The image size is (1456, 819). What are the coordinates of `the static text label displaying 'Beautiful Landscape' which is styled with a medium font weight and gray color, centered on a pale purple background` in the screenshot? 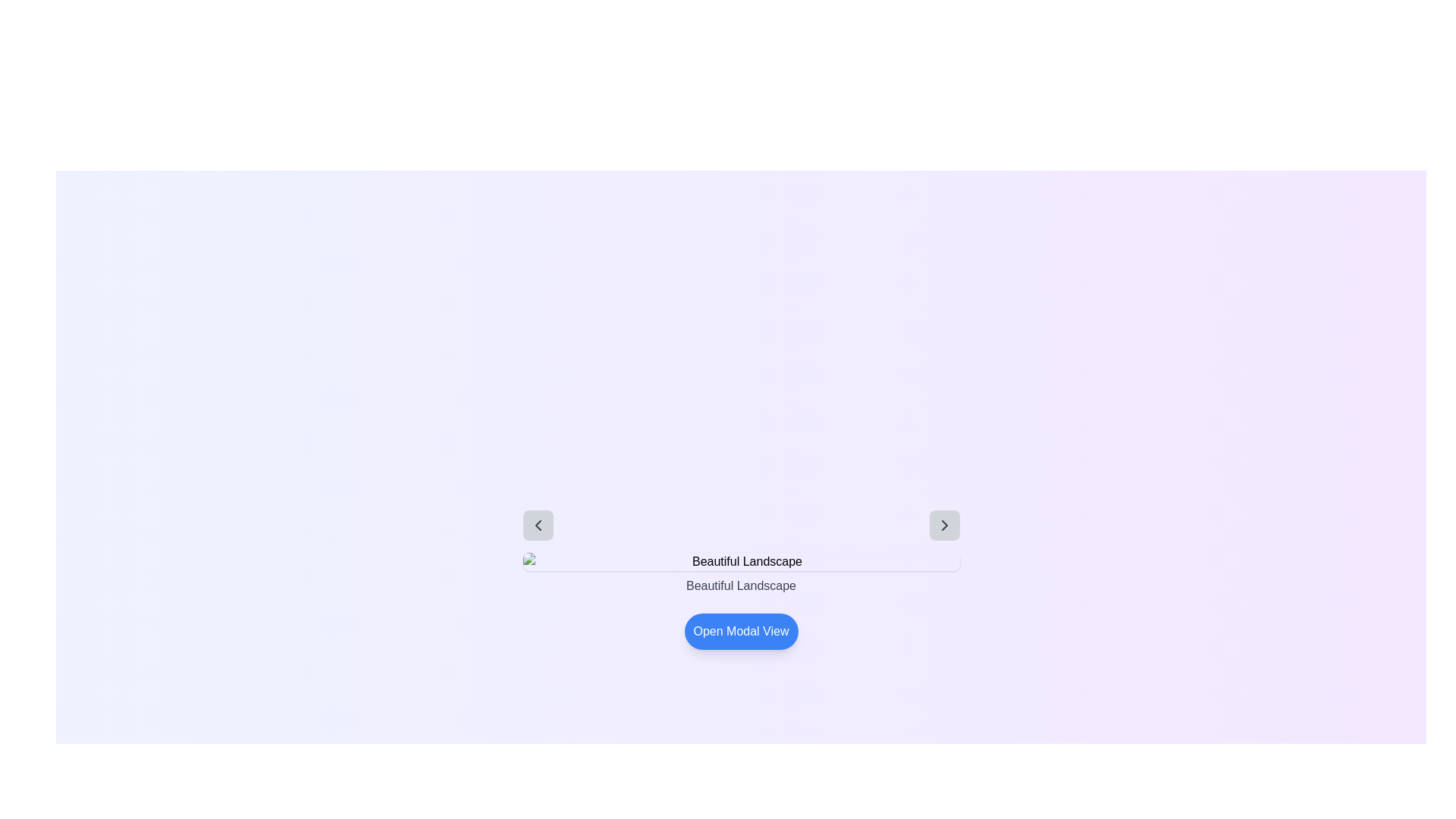 It's located at (741, 553).